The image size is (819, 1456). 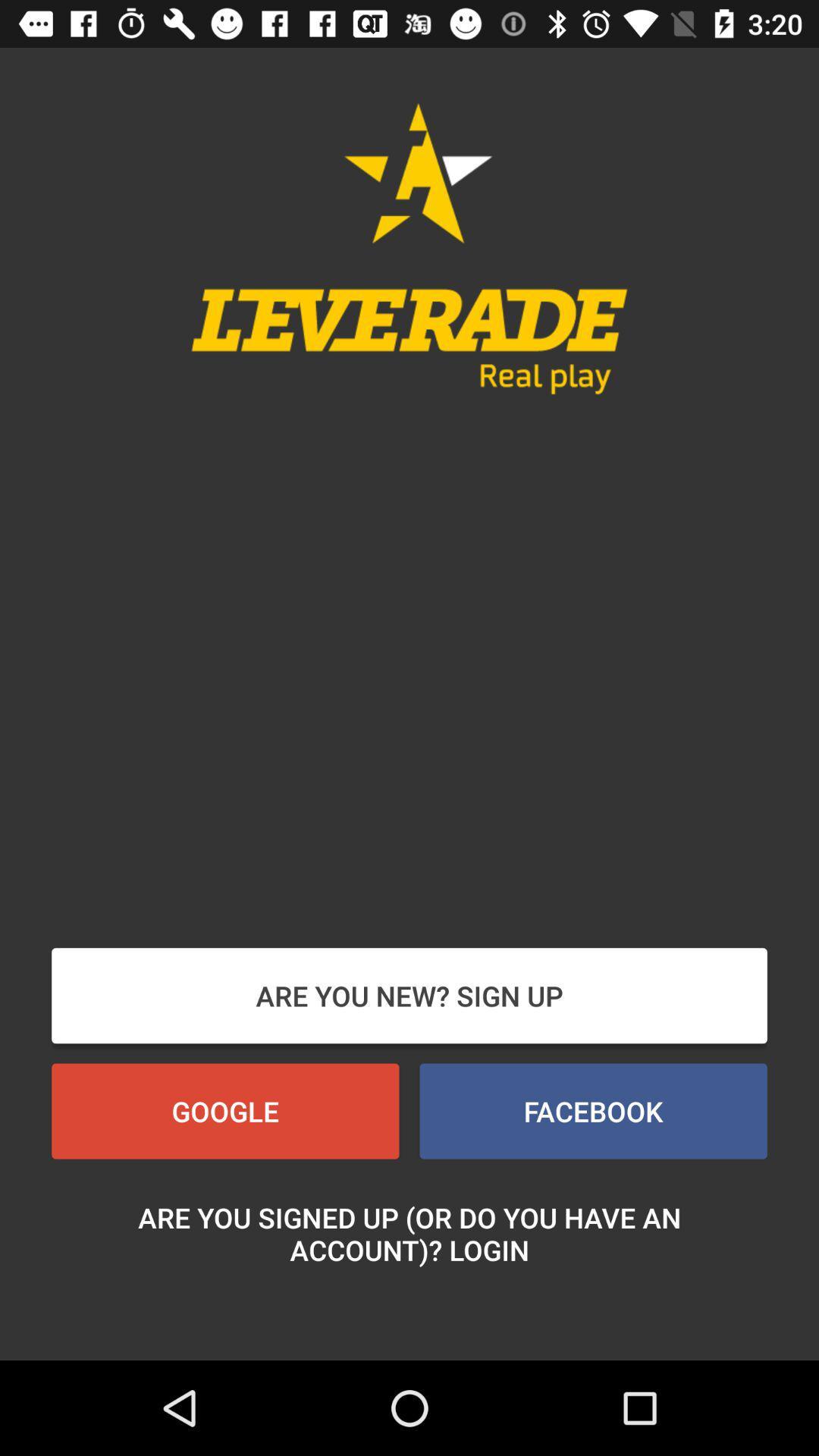 I want to click on the button at the bottom left corner, so click(x=225, y=1111).